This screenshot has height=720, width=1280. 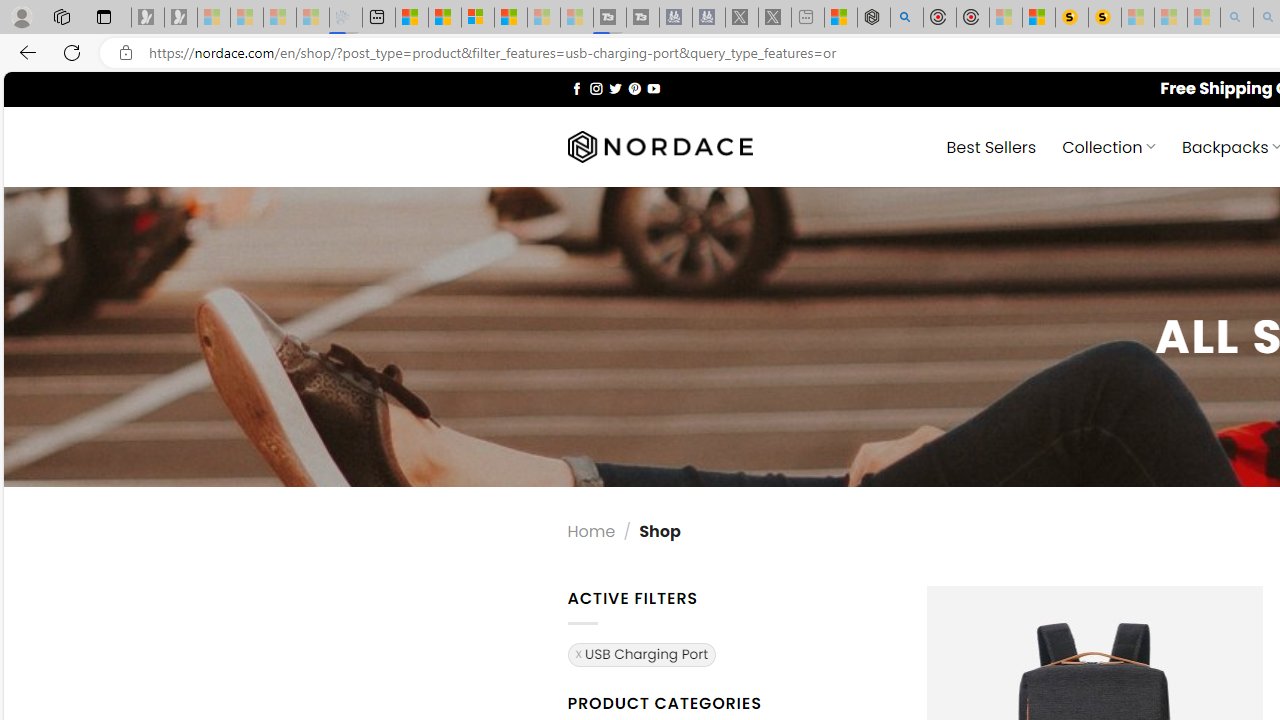 What do you see at coordinates (125, 52) in the screenshot?
I see `'View site information'` at bounding box center [125, 52].